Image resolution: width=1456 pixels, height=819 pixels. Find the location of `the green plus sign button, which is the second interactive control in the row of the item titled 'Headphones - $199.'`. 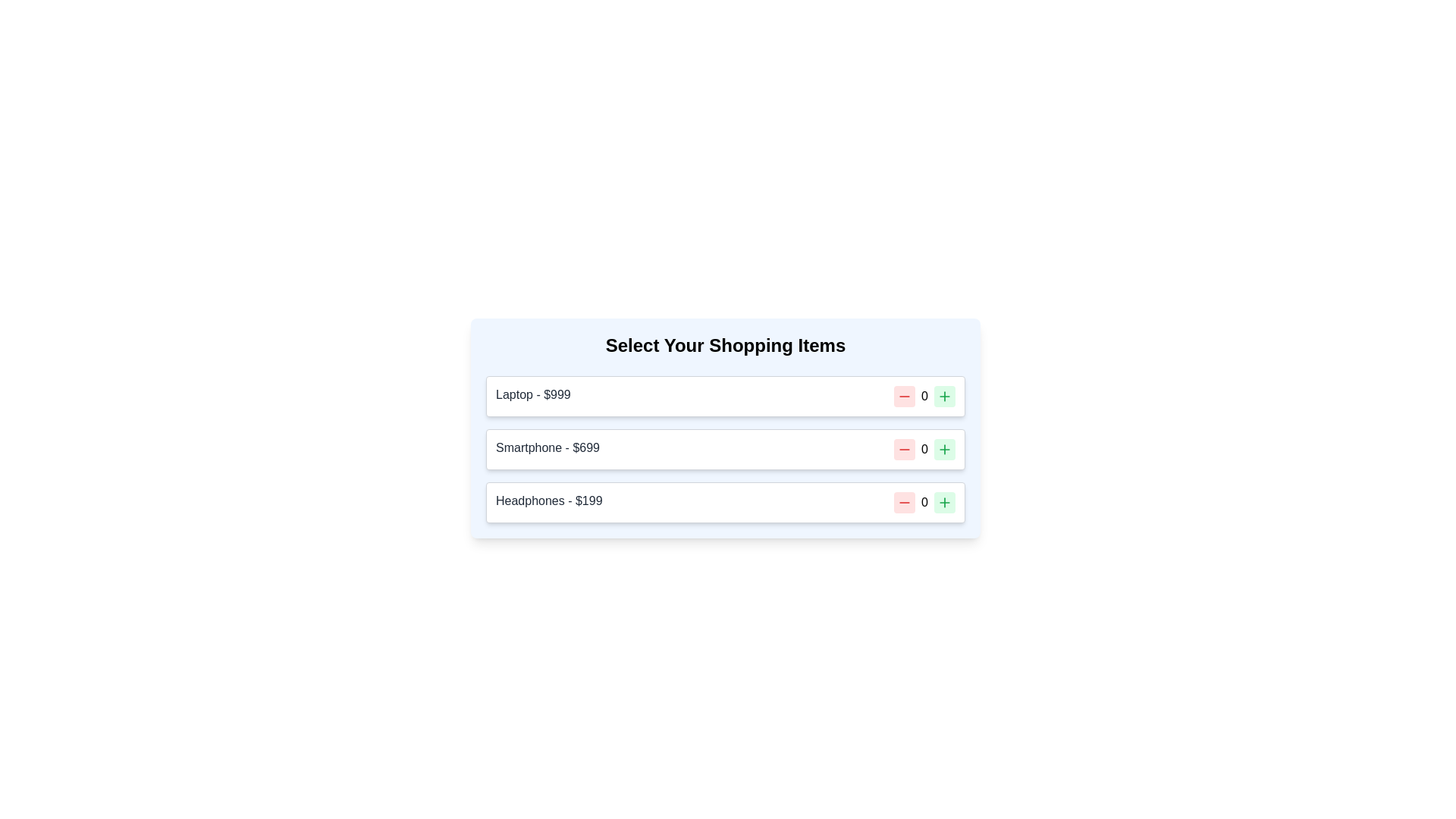

the green plus sign button, which is the second interactive control in the row of the item titled 'Headphones - $199.' is located at coordinates (944, 503).